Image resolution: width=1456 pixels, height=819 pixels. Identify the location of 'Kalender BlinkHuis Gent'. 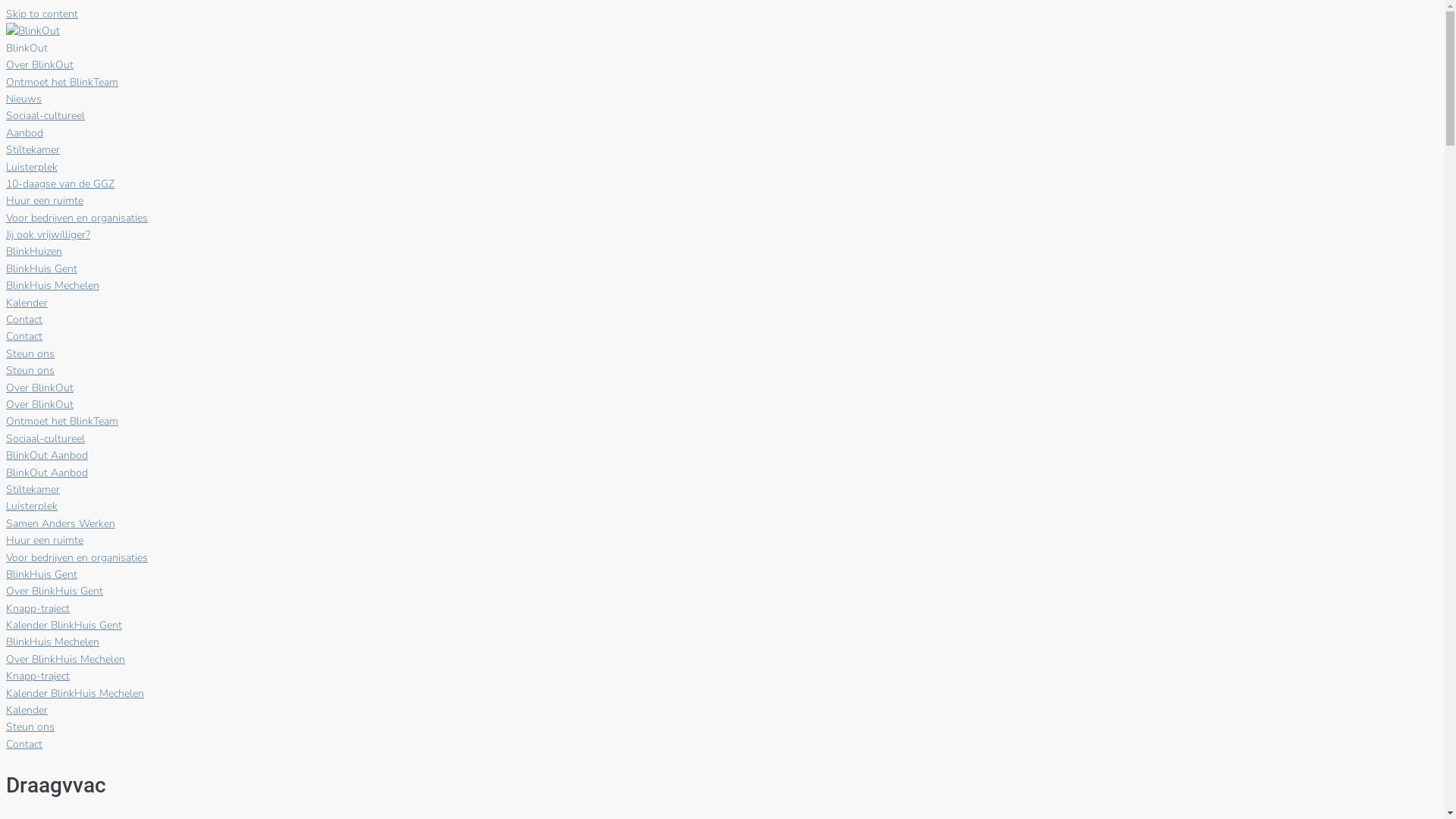
(63, 625).